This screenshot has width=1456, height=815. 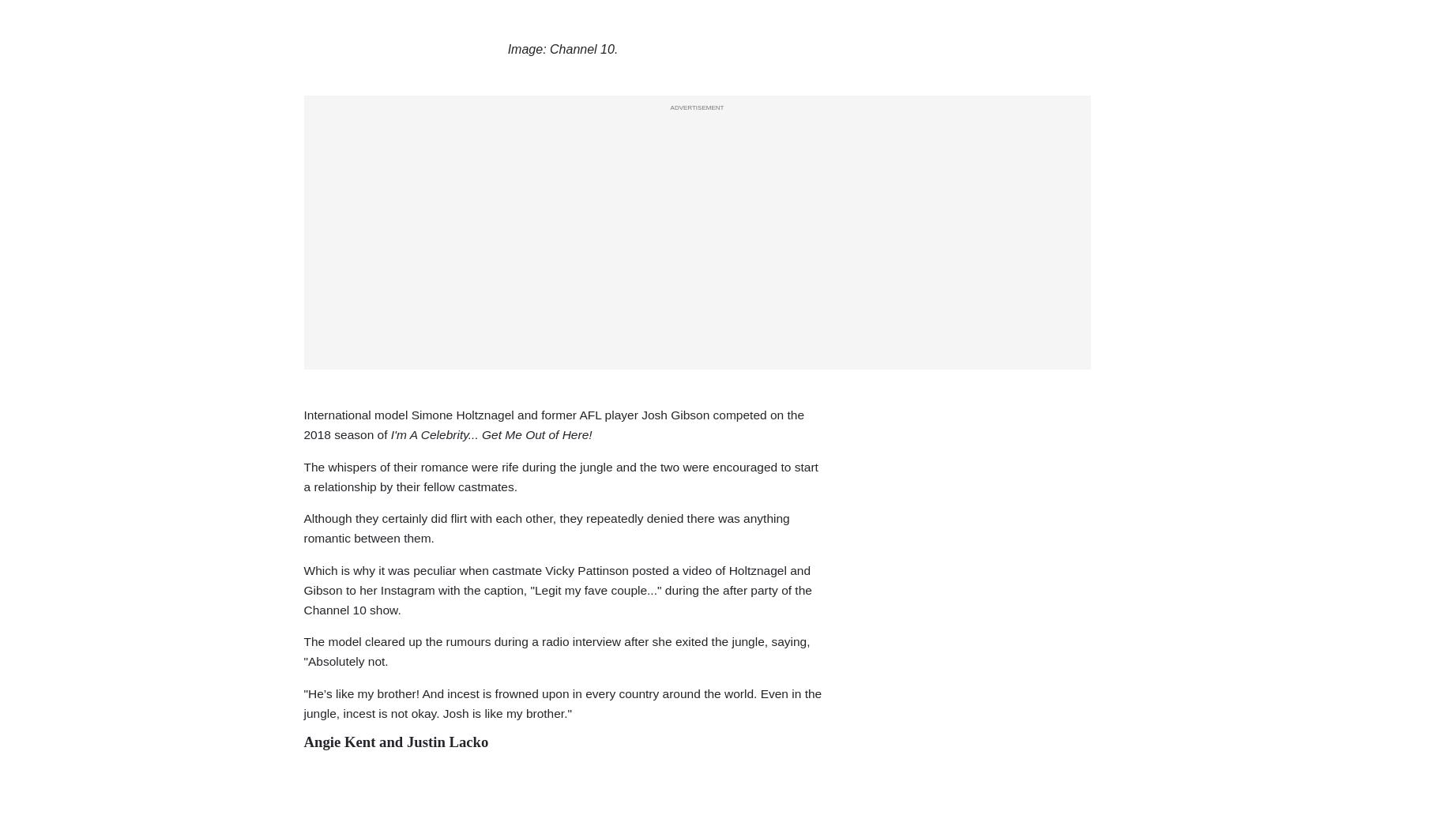 I want to click on 'ADVERTISEMENT', so click(x=669, y=106).